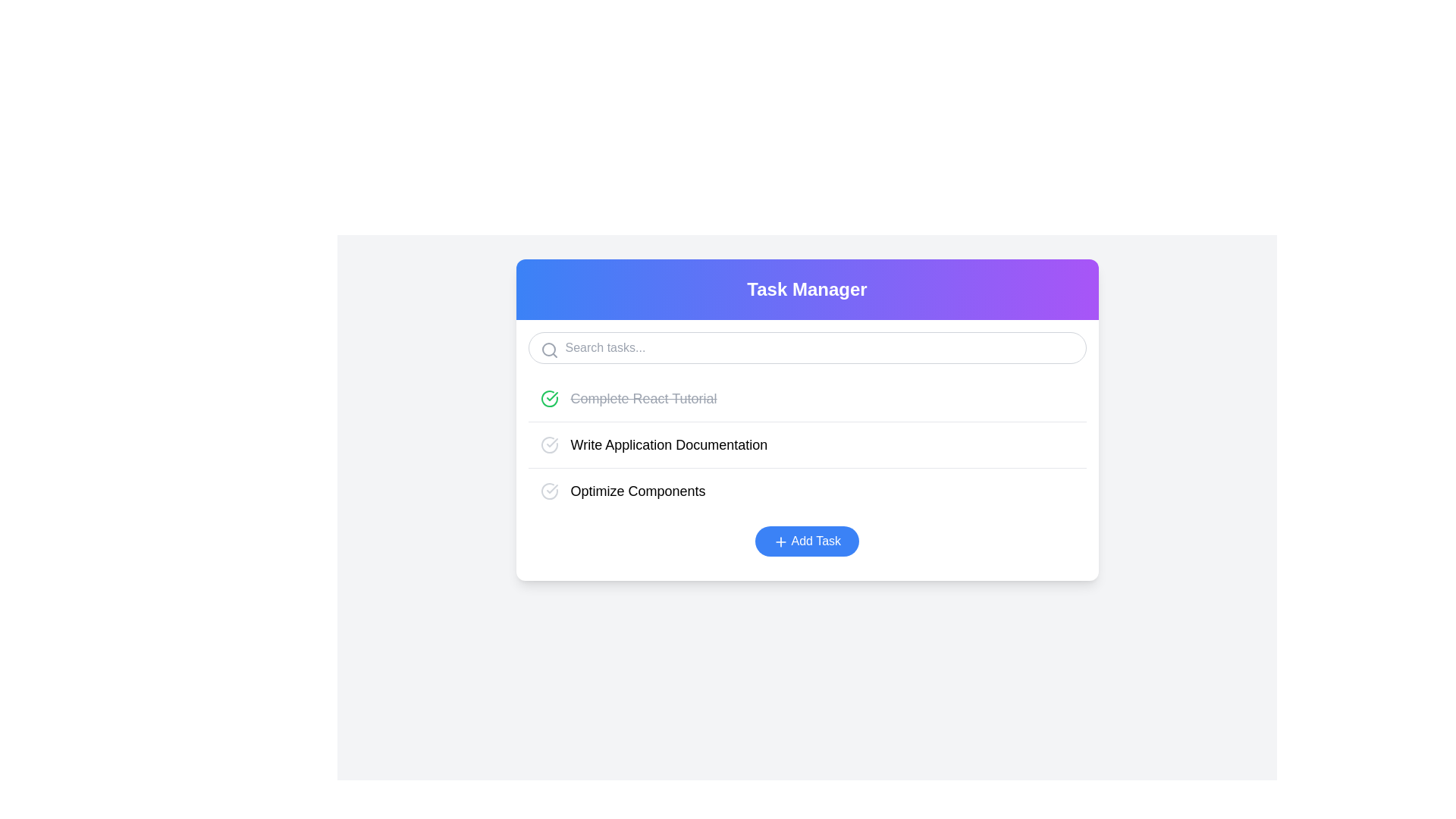 This screenshot has width=1456, height=819. What do you see at coordinates (551, 396) in the screenshot?
I see `the green checkmark icon indicating the completion of the 'Complete React Tutorial' task in the task management list` at bounding box center [551, 396].